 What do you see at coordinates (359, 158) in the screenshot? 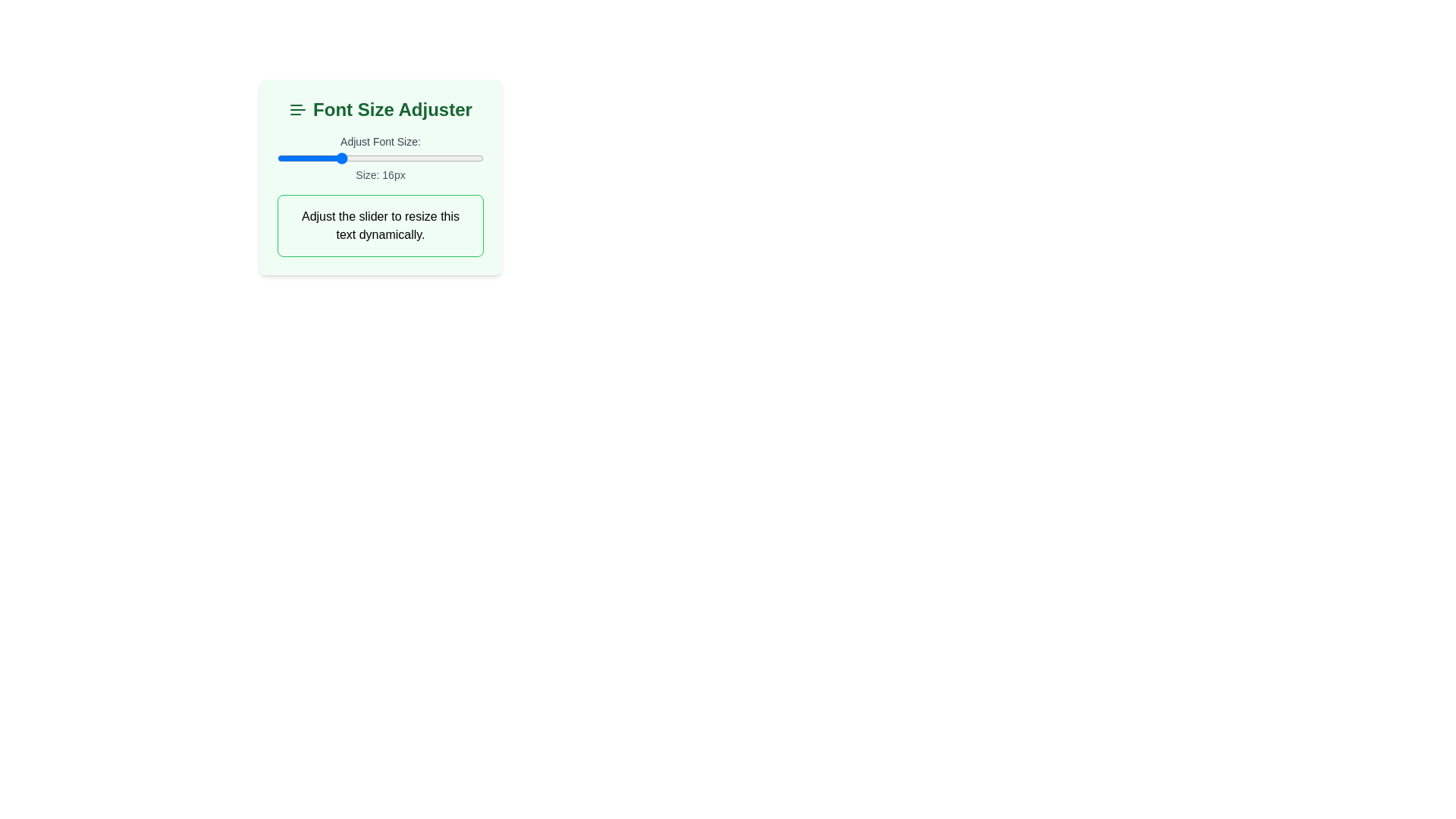
I see `the slider to set the font size to 18 px` at bounding box center [359, 158].